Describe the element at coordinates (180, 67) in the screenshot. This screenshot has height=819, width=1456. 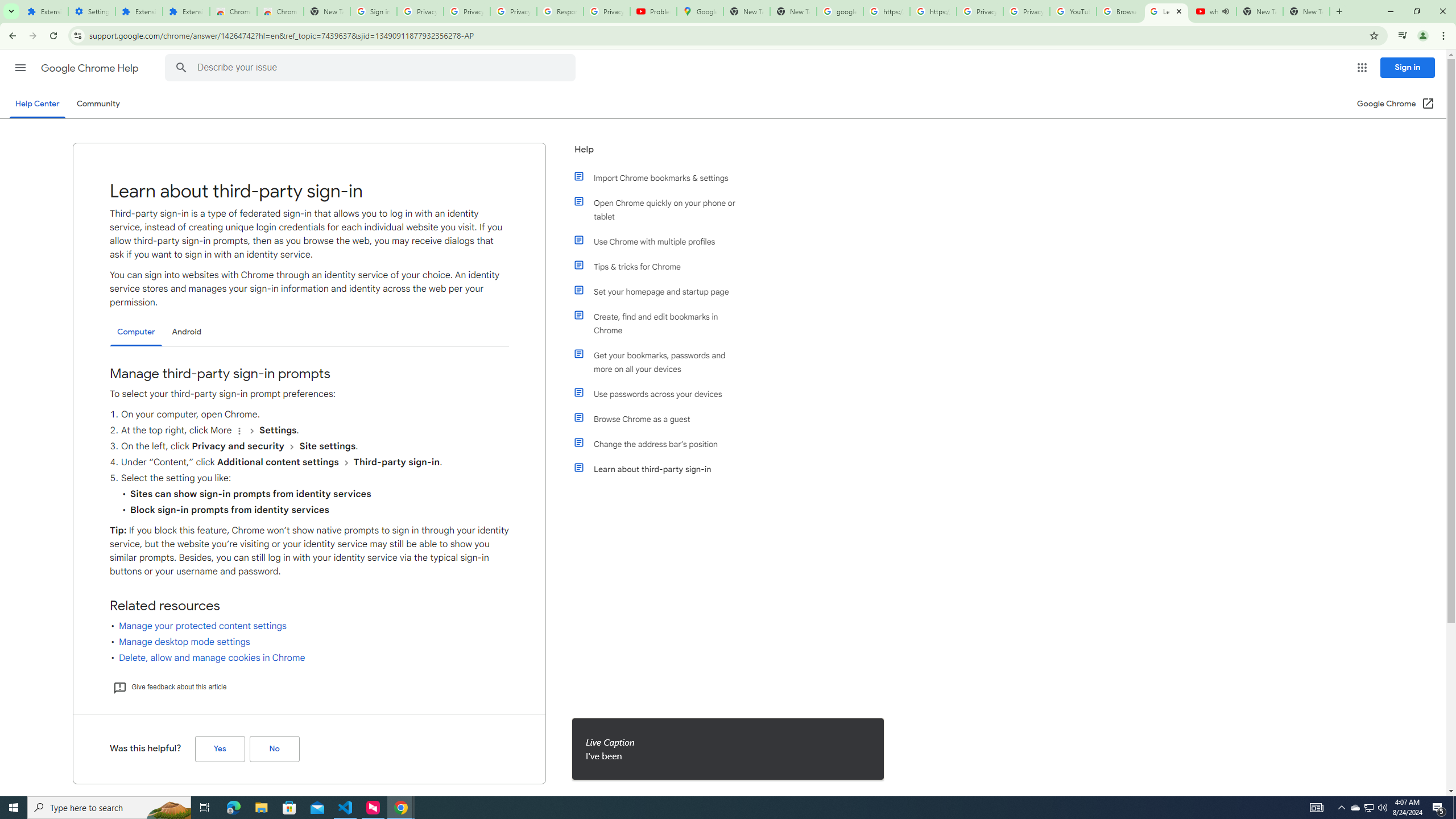
I see `'Search Help Center'` at that location.